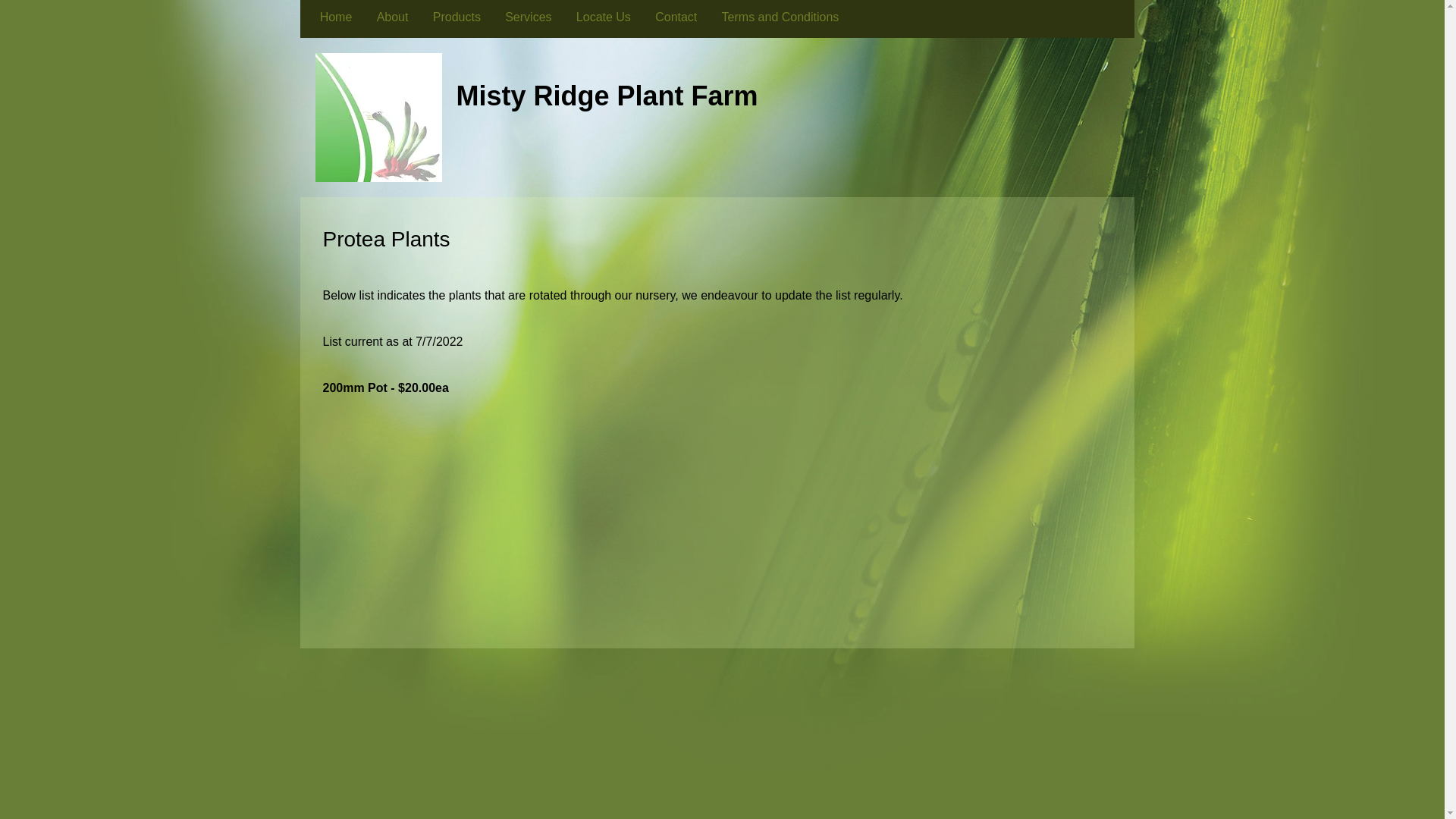 The height and width of the screenshot is (819, 1456). What do you see at coordinates (392, 17) in the screenshot?
I see `'About'` at bounding box center [392, 17].